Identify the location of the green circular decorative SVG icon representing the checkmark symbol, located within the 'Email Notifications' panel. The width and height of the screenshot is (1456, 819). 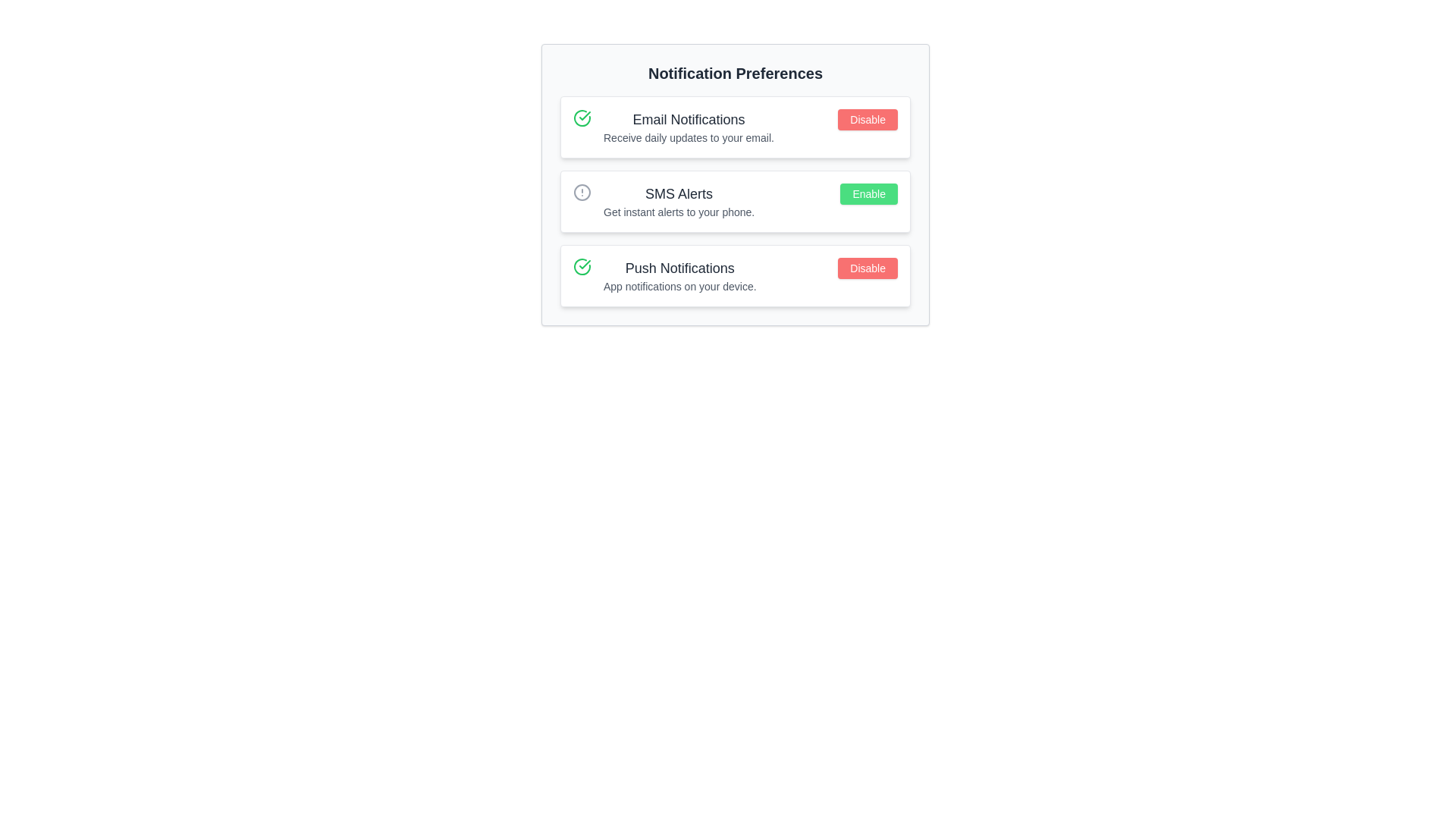
(582, 117).